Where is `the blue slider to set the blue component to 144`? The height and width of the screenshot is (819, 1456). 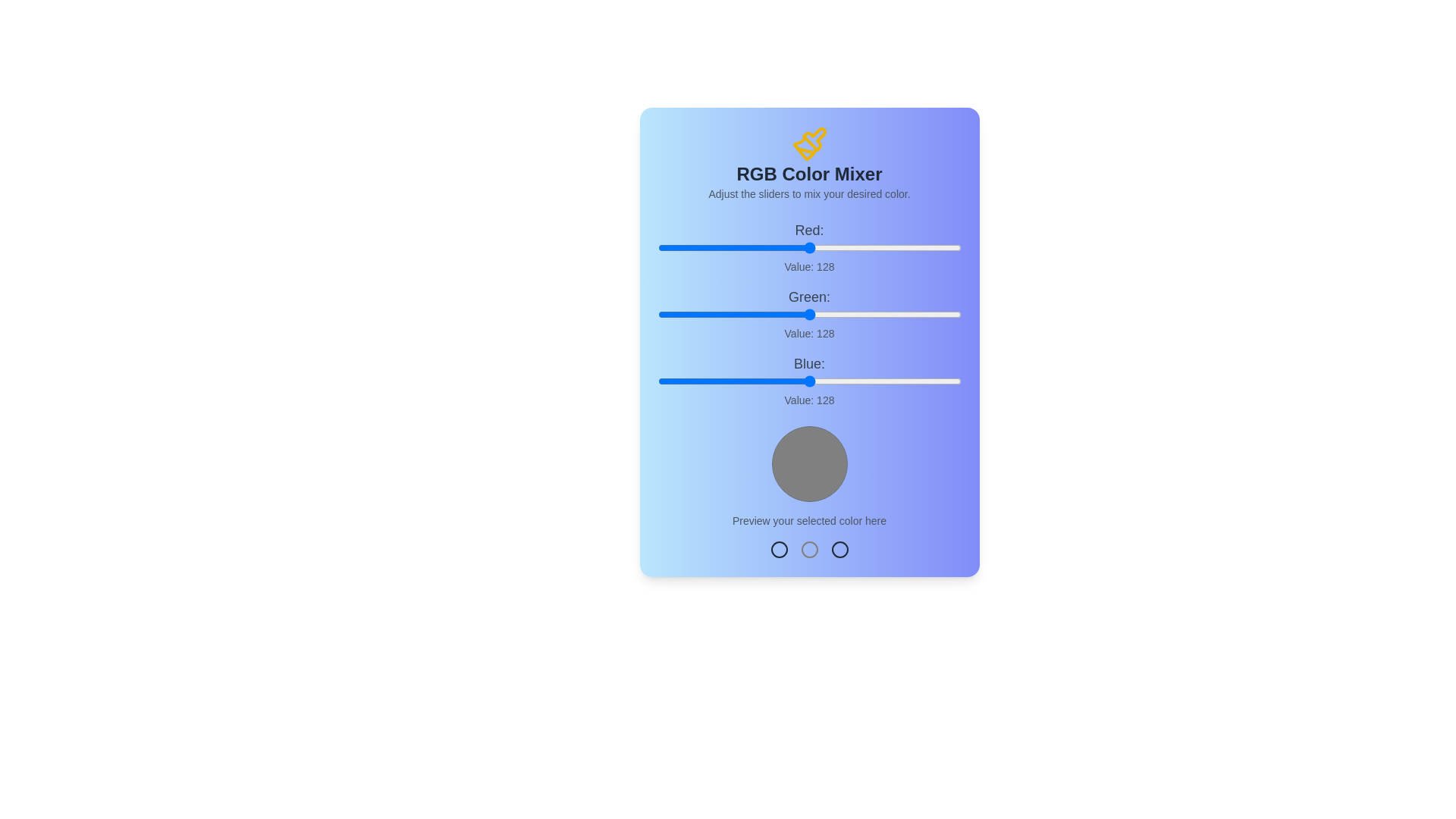
the blue slider to set the blue component to 144 is located at coordinates (828, 380).